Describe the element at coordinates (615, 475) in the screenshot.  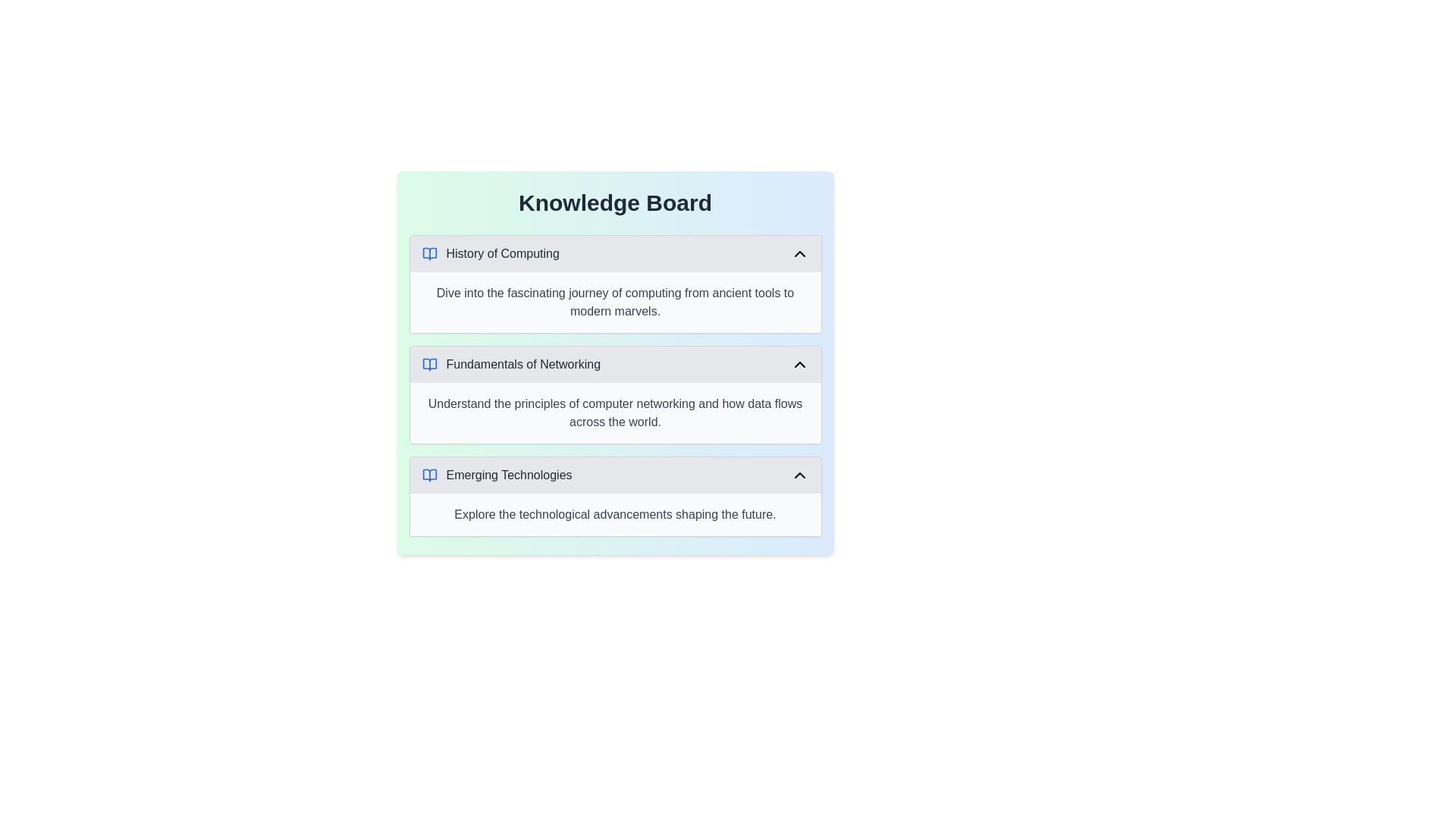
I see `the 'Emerging Technologies' button in the 'Knowledge Board' interface` at that location.